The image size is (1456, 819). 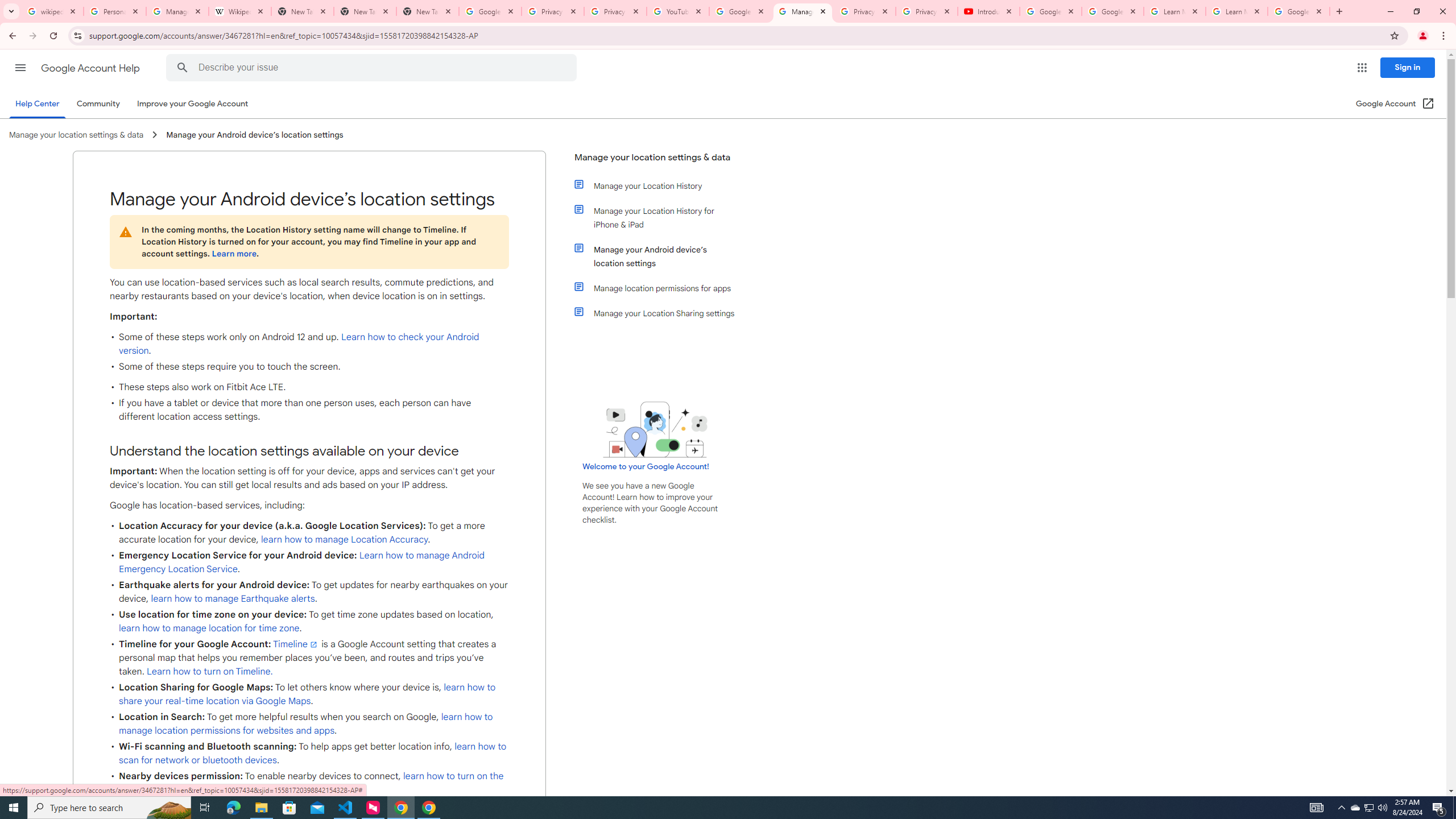 I want to click on 'Manage your location settings & data', so click(x=656, y=162).